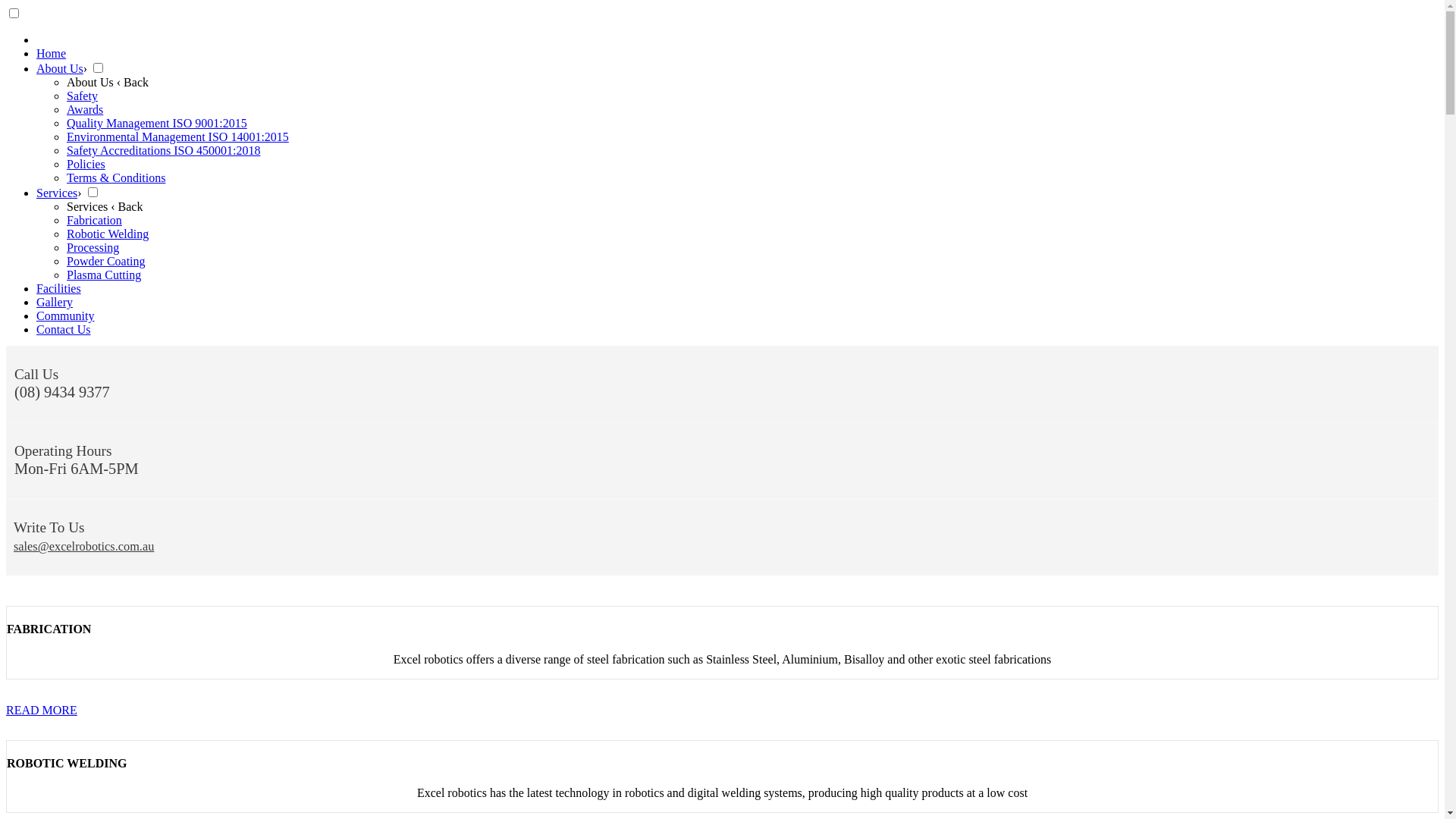 This screenshot has width=1456, height=819. What do you see at coordinates (164, 150) in the screenshot?
I see `'Safety Accreditations ISO 450001:2018'` at bounding box center [164, 150].